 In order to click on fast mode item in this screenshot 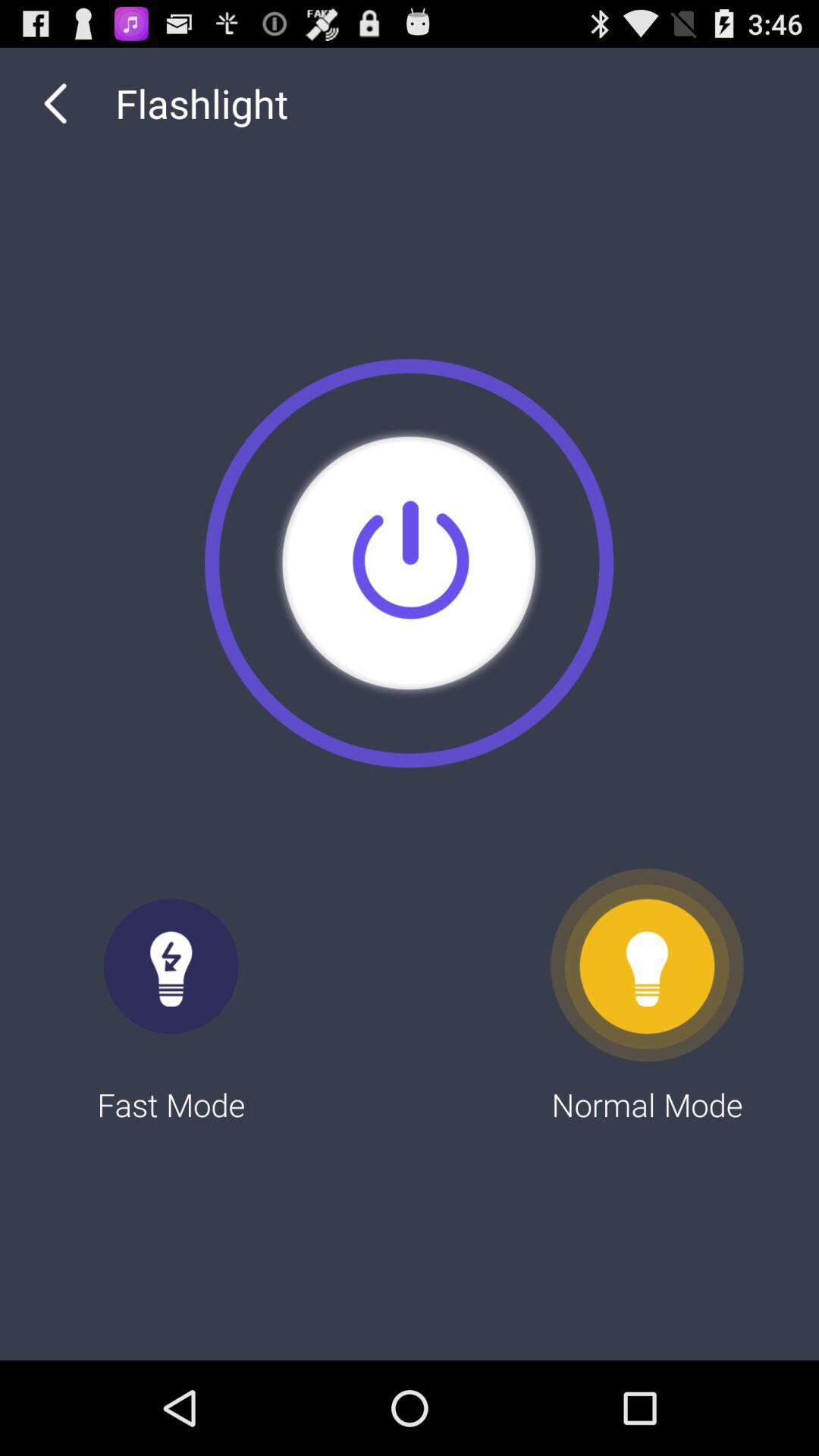, I will do `click(171, 996)`.